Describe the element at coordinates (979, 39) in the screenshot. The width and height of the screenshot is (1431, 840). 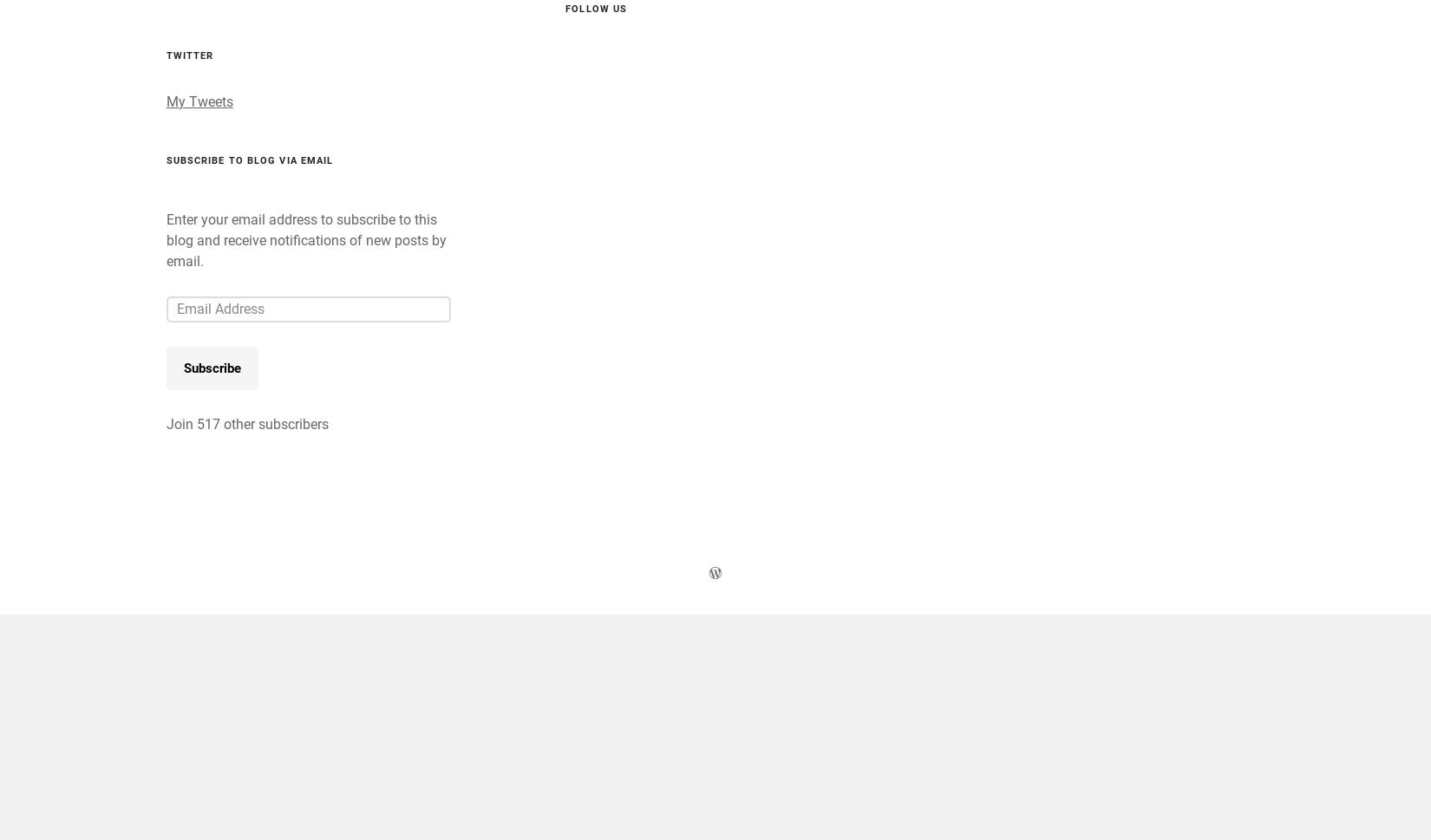
I see `'How we do it'` at that location.